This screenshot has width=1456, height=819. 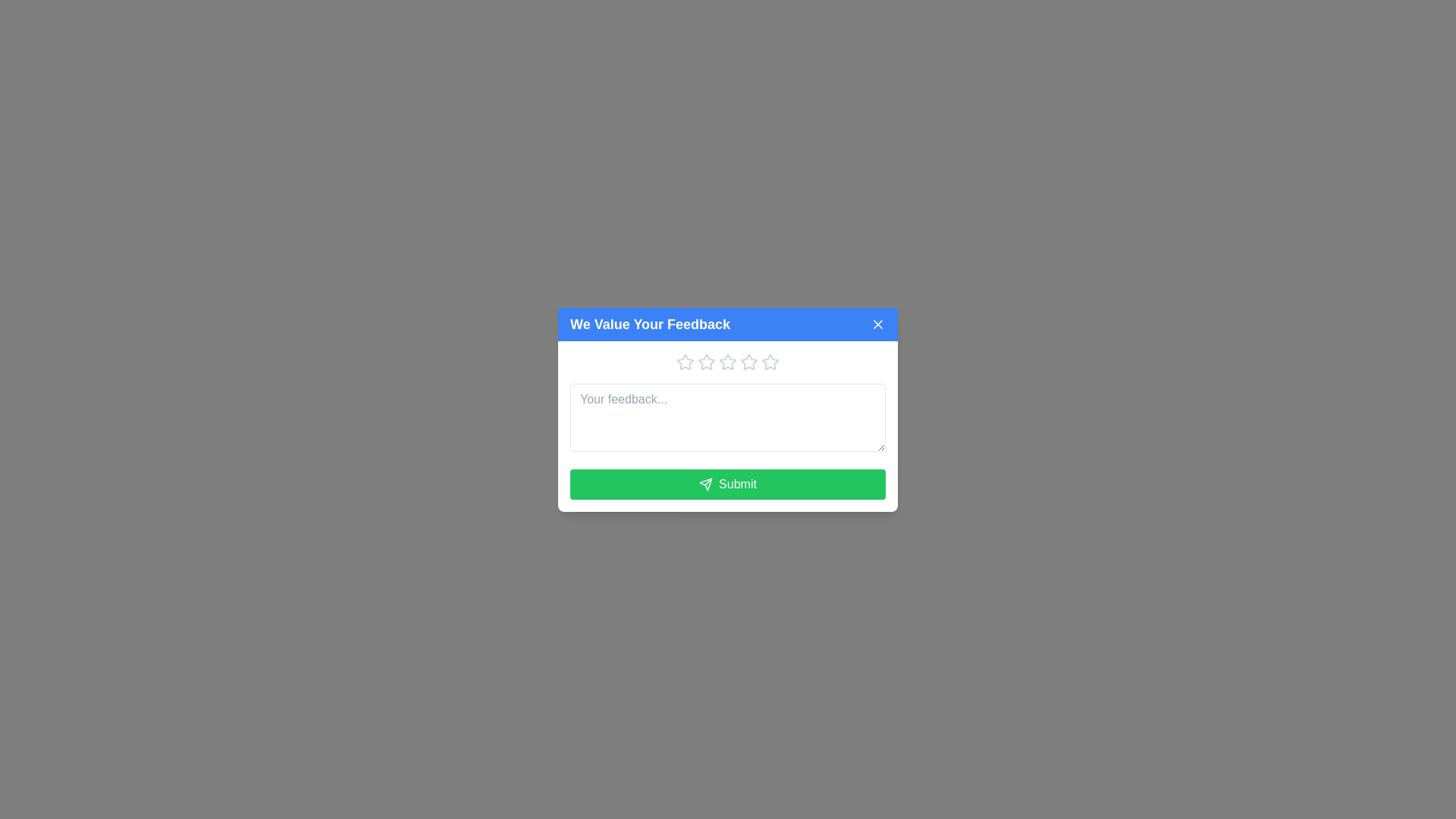 What do you see at coordinates (650, 323) in the screenshot?
I see `the heading text element that serves as the title for the feedback dialog, which is centrally aligned at the top section of the dialog` at bounding box center [650, 323].